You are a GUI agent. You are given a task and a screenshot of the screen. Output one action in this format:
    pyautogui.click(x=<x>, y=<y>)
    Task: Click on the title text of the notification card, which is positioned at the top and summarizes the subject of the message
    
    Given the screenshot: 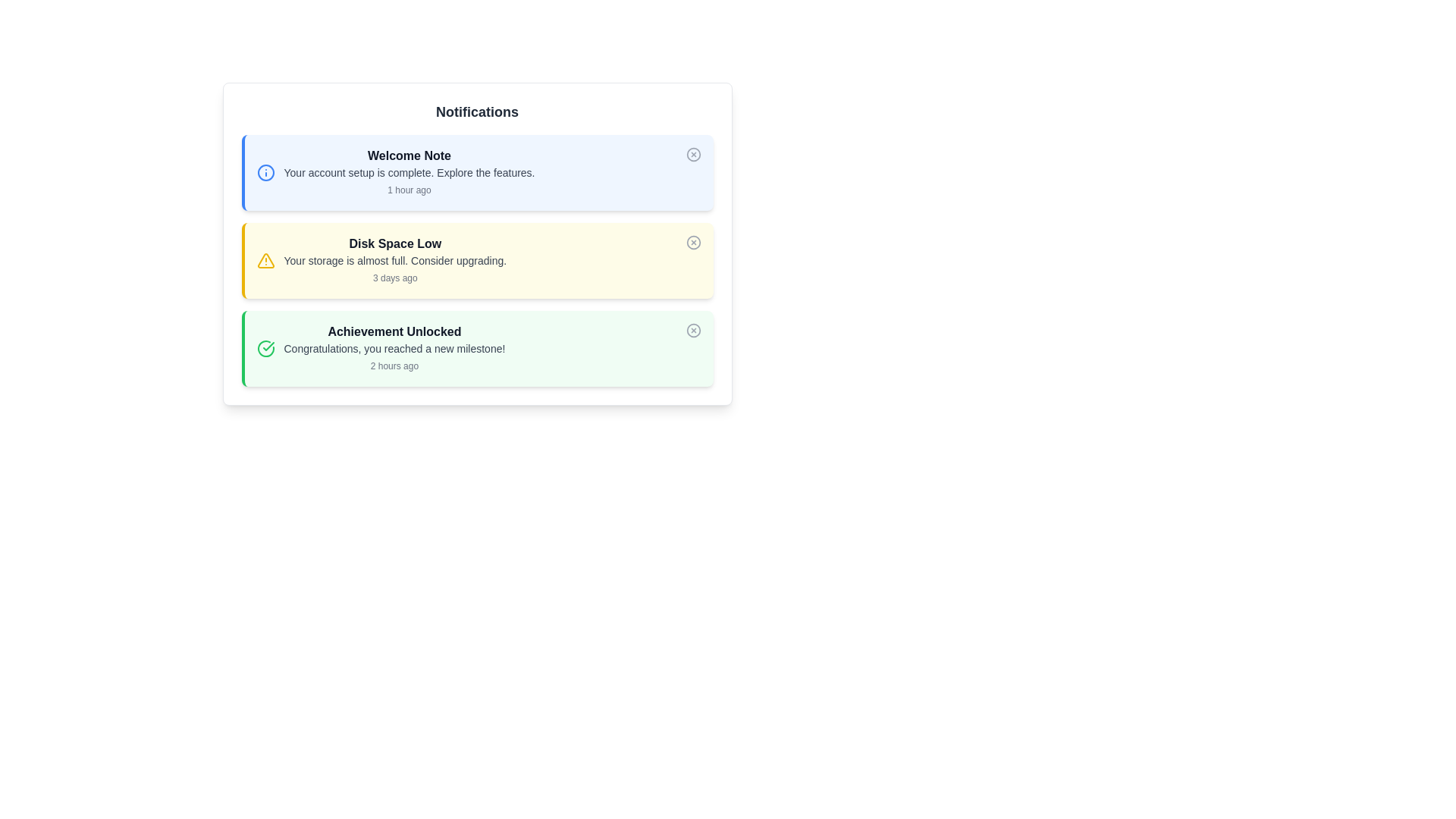 What is the action you would take?
    pyautogui.click(x=409, y=155)
    